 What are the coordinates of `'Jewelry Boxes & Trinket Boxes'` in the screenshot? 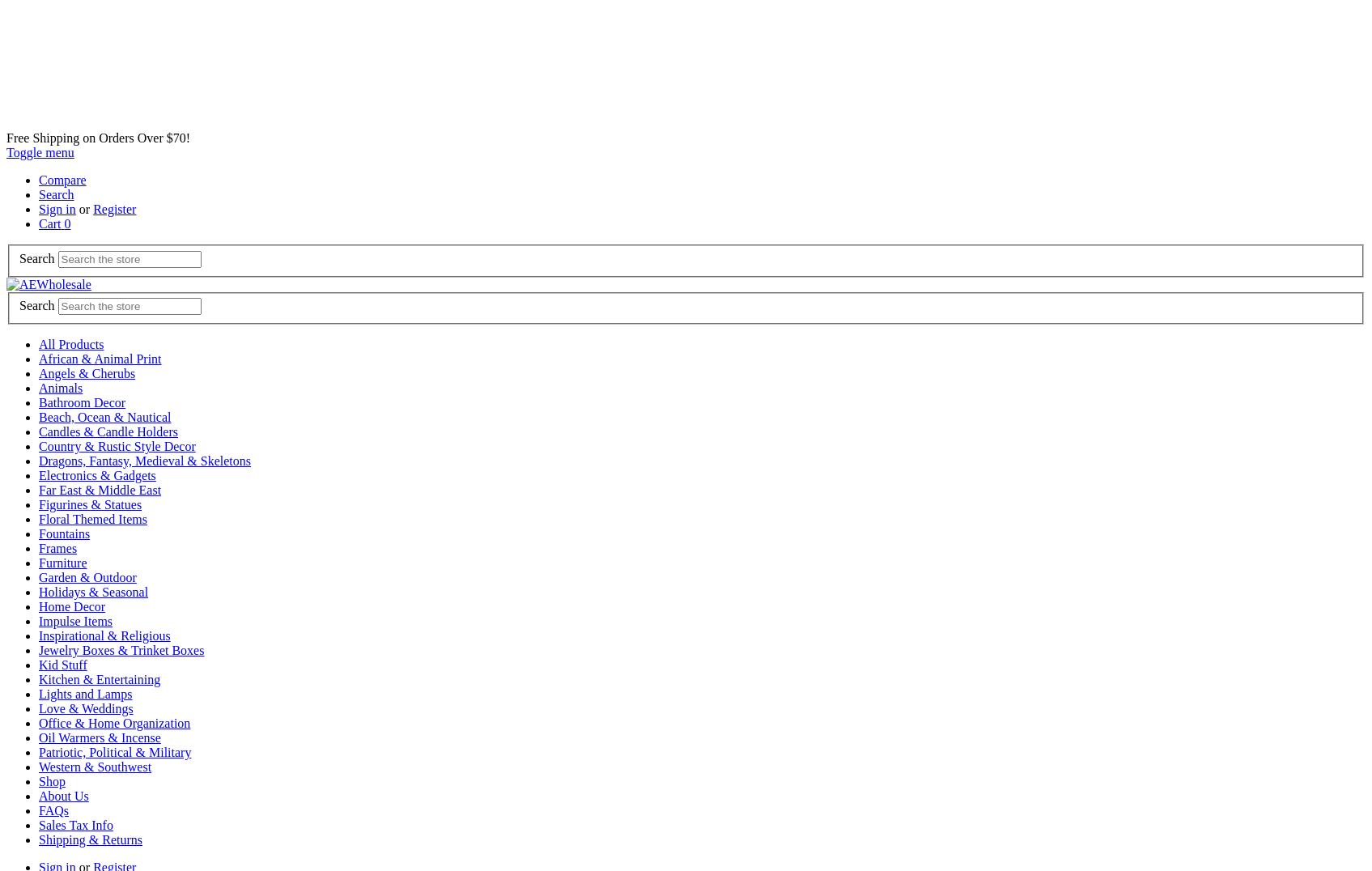 It's located at (121, 650).